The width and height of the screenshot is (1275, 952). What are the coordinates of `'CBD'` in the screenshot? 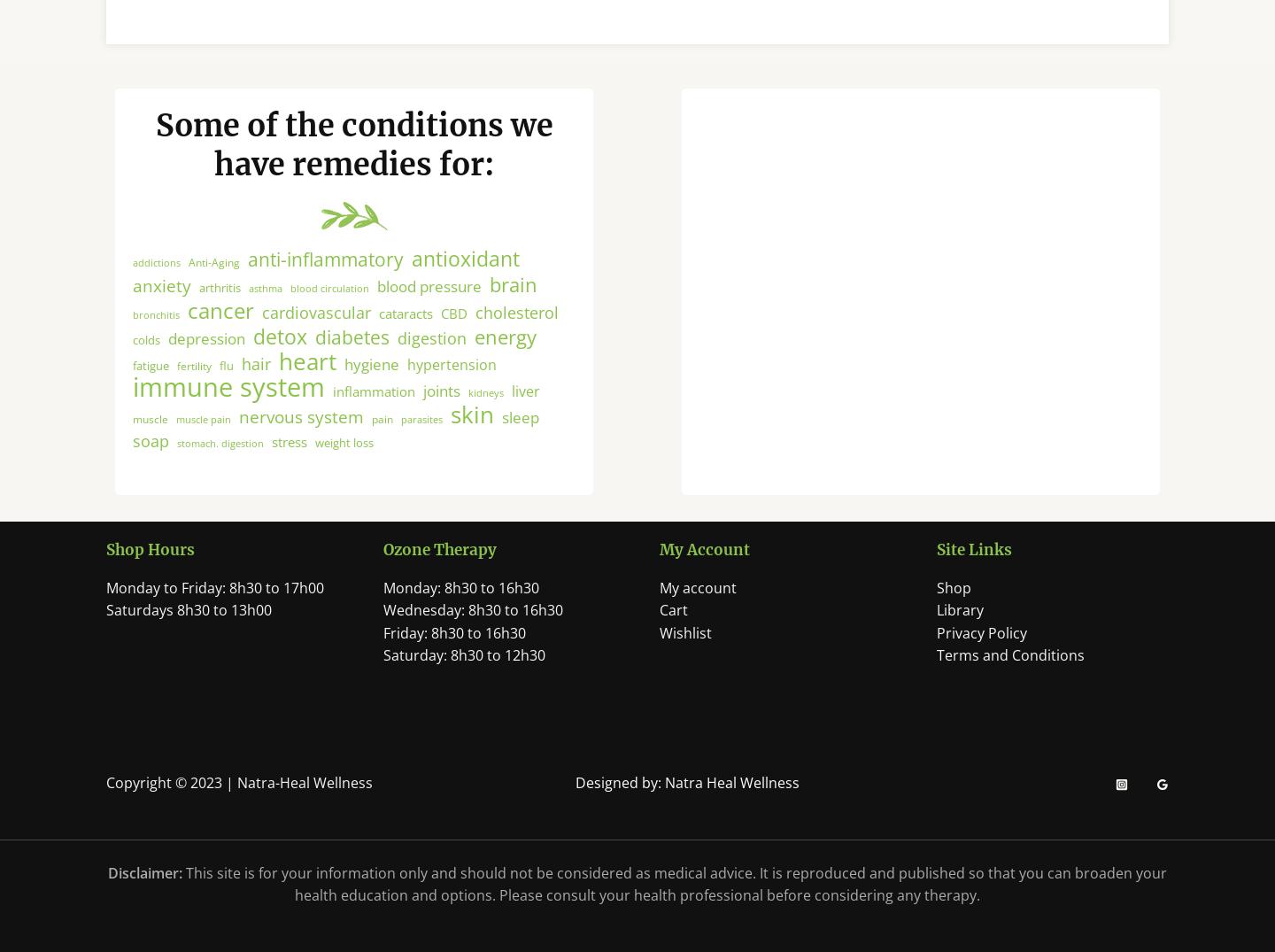 It's located at (452, 328).